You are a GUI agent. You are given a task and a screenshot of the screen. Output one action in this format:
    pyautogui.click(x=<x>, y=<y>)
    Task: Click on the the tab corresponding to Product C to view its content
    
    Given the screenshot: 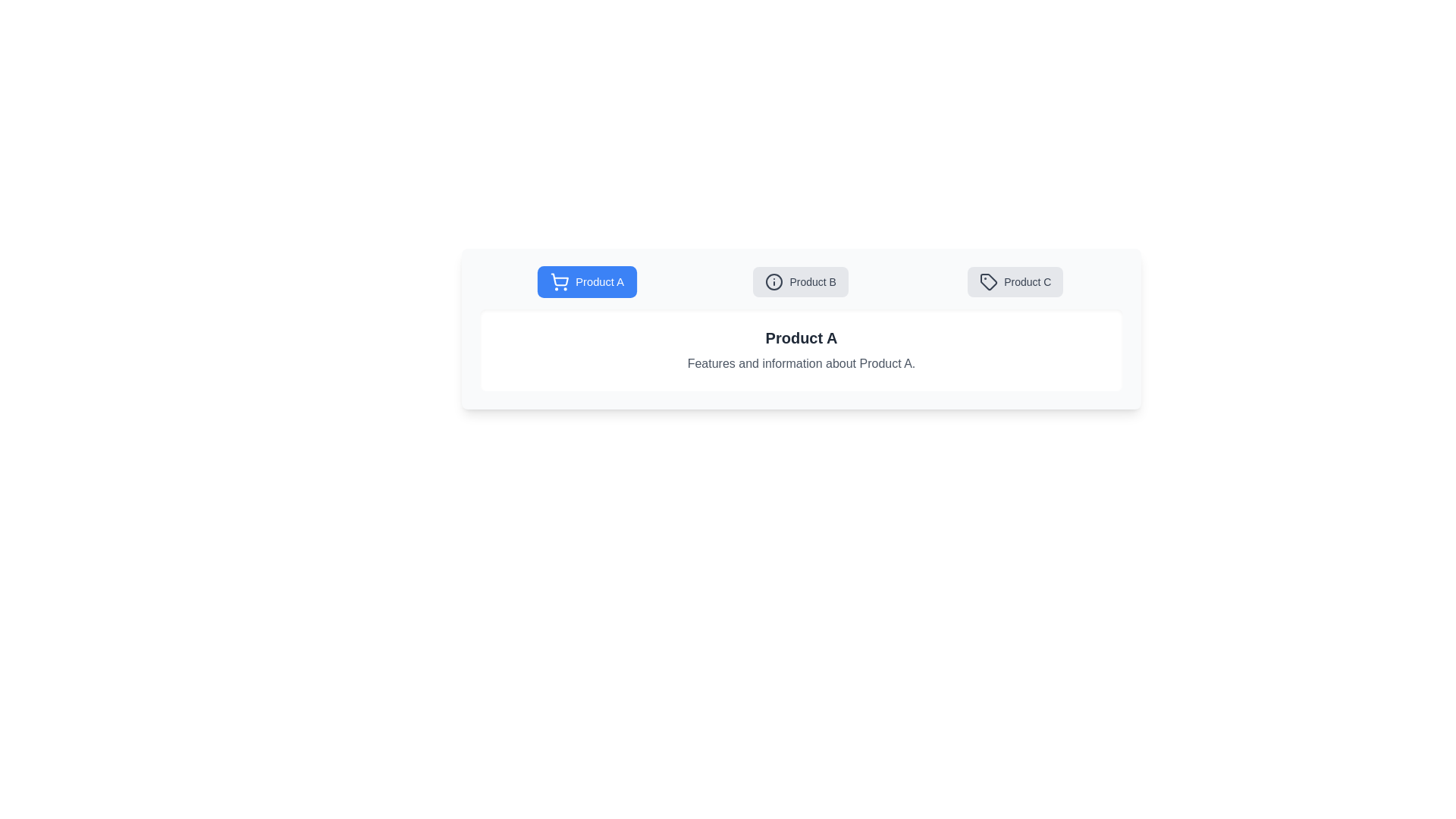 What is the action you would take?
    pyautogui.click(x=1015, y=281)
    